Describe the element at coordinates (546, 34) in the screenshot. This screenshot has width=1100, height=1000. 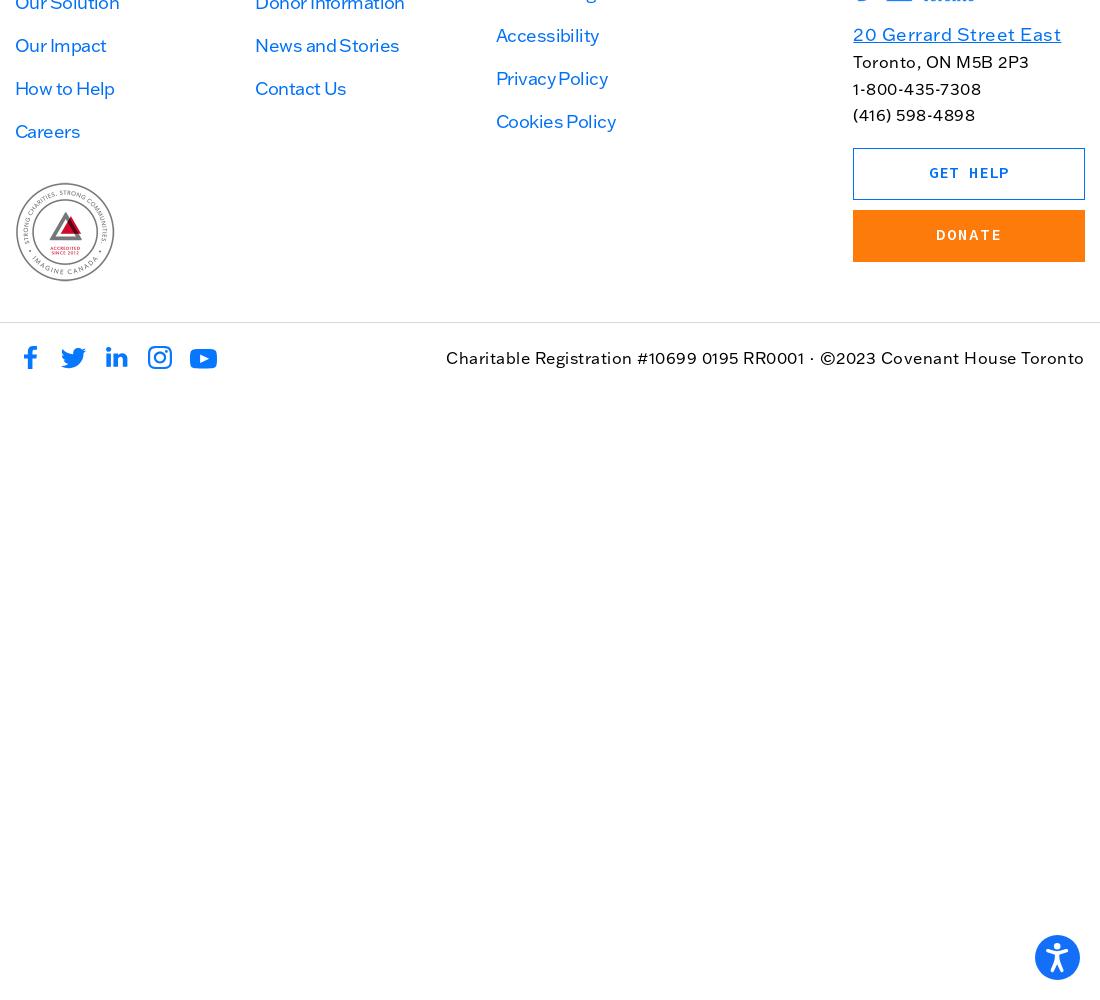
I see `'Accessibility'` at that location.